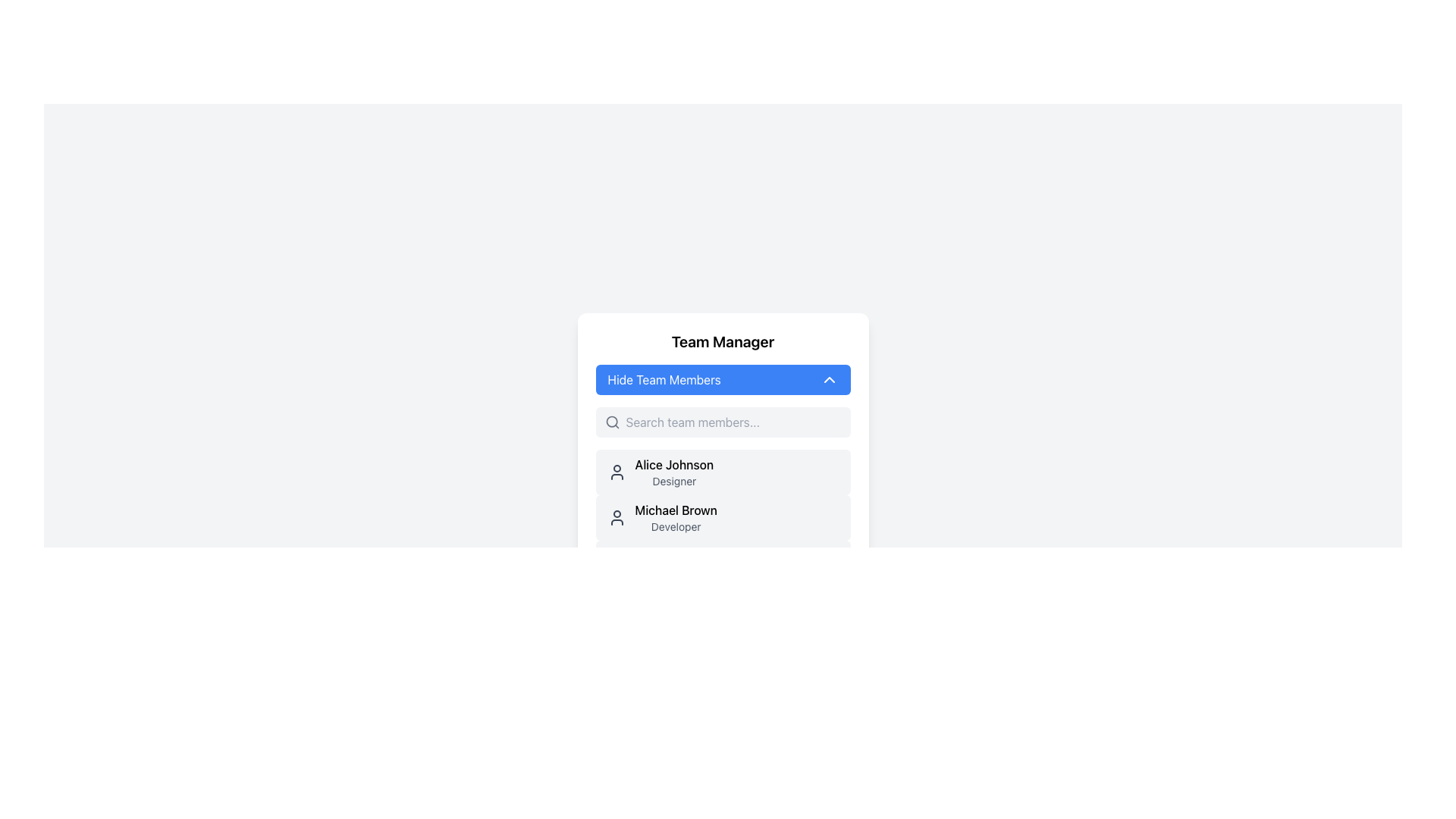  Describe the element at coordinates (828, 379) in the screenshot. I see `the upward-pointing chevron icon located to the right of the 'Hide Team Members' text` at that location.